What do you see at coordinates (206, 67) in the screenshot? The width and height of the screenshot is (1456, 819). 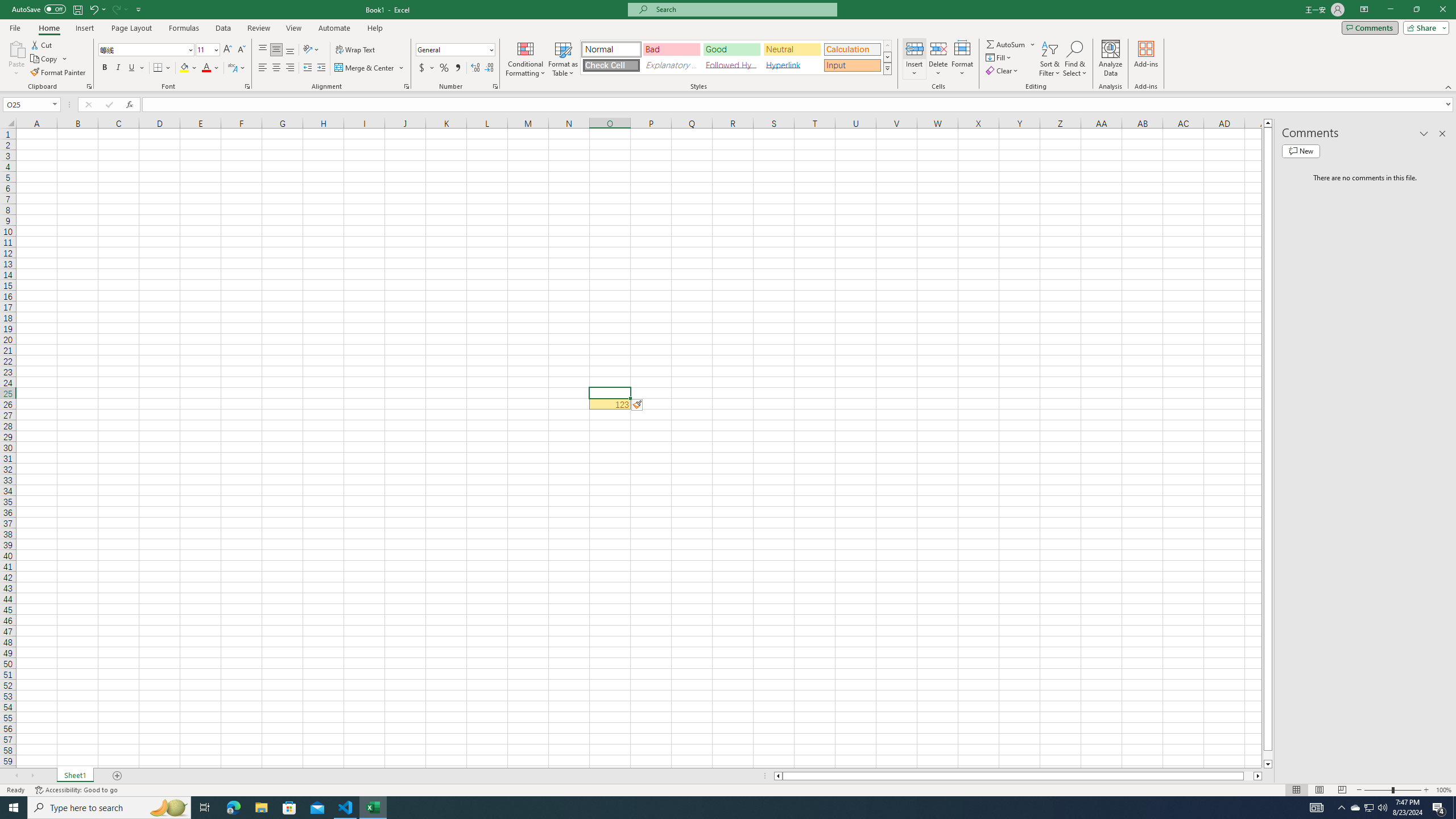 I see `'Font Color RGB(255, 0, 0)'` at bounding box center [206, 67].